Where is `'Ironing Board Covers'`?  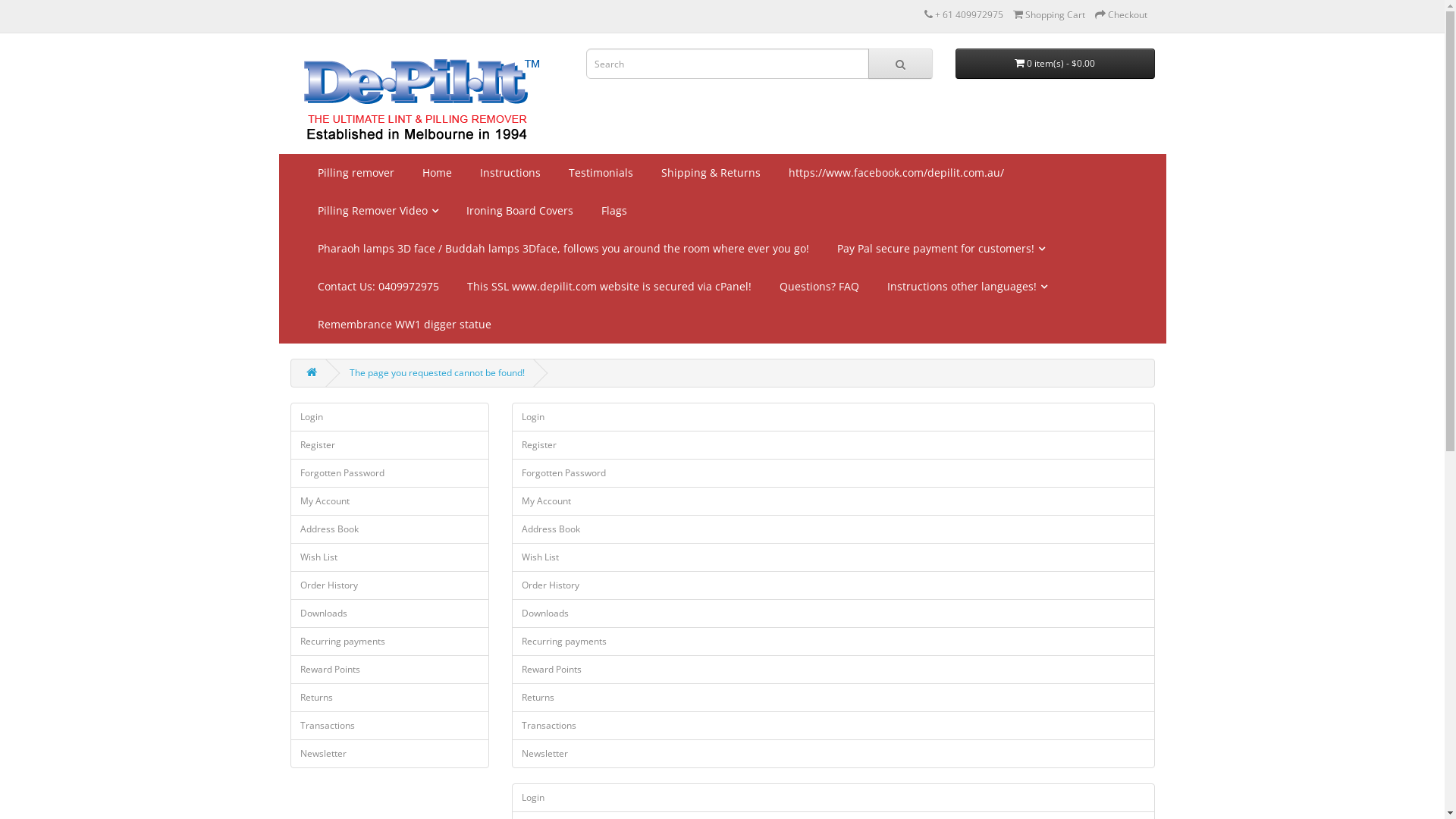
'Ironing Board Covers' is located at coordinates (517, 210).